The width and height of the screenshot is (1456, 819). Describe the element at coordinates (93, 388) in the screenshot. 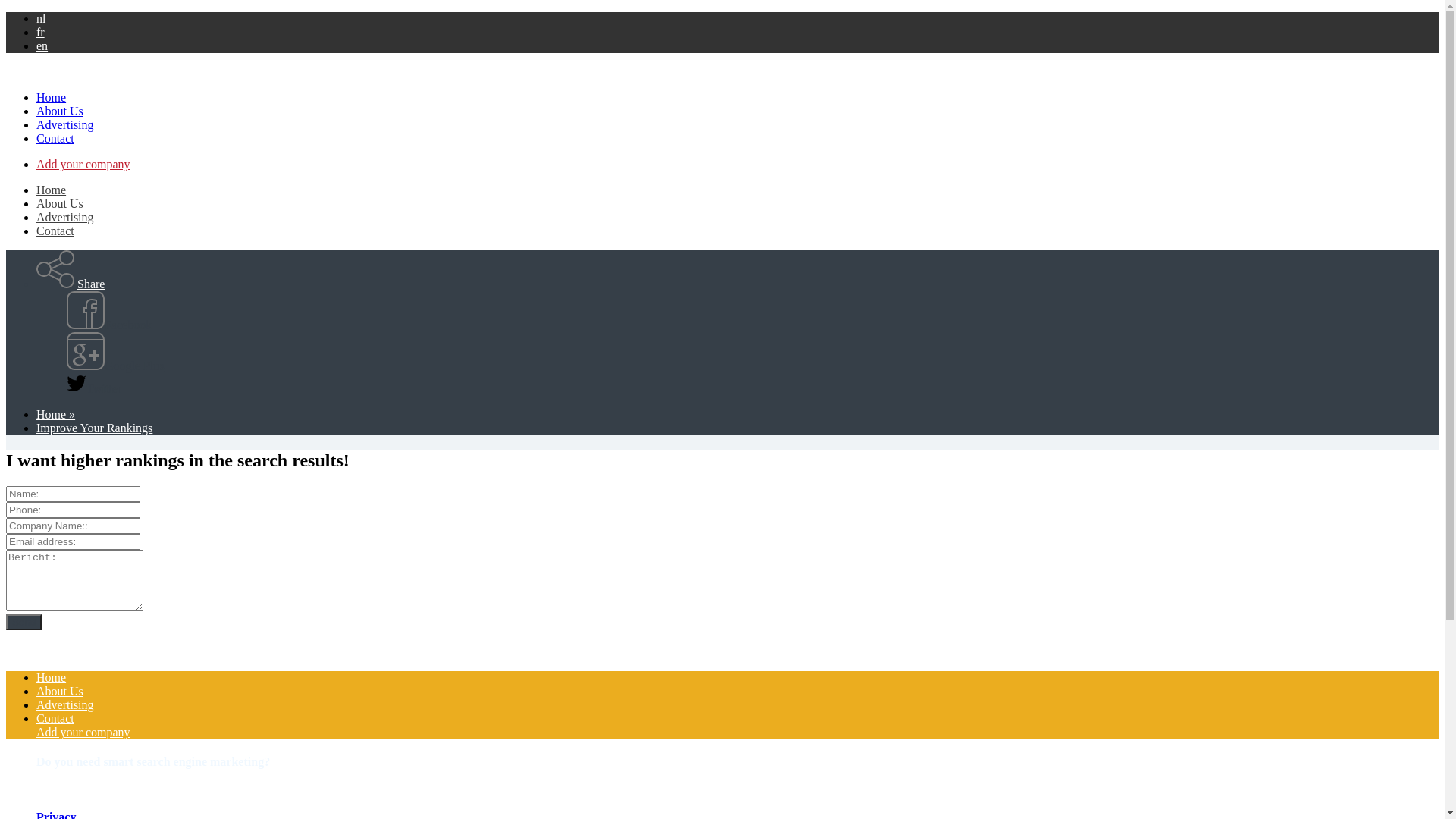

I see `'Twitter'` at that location.